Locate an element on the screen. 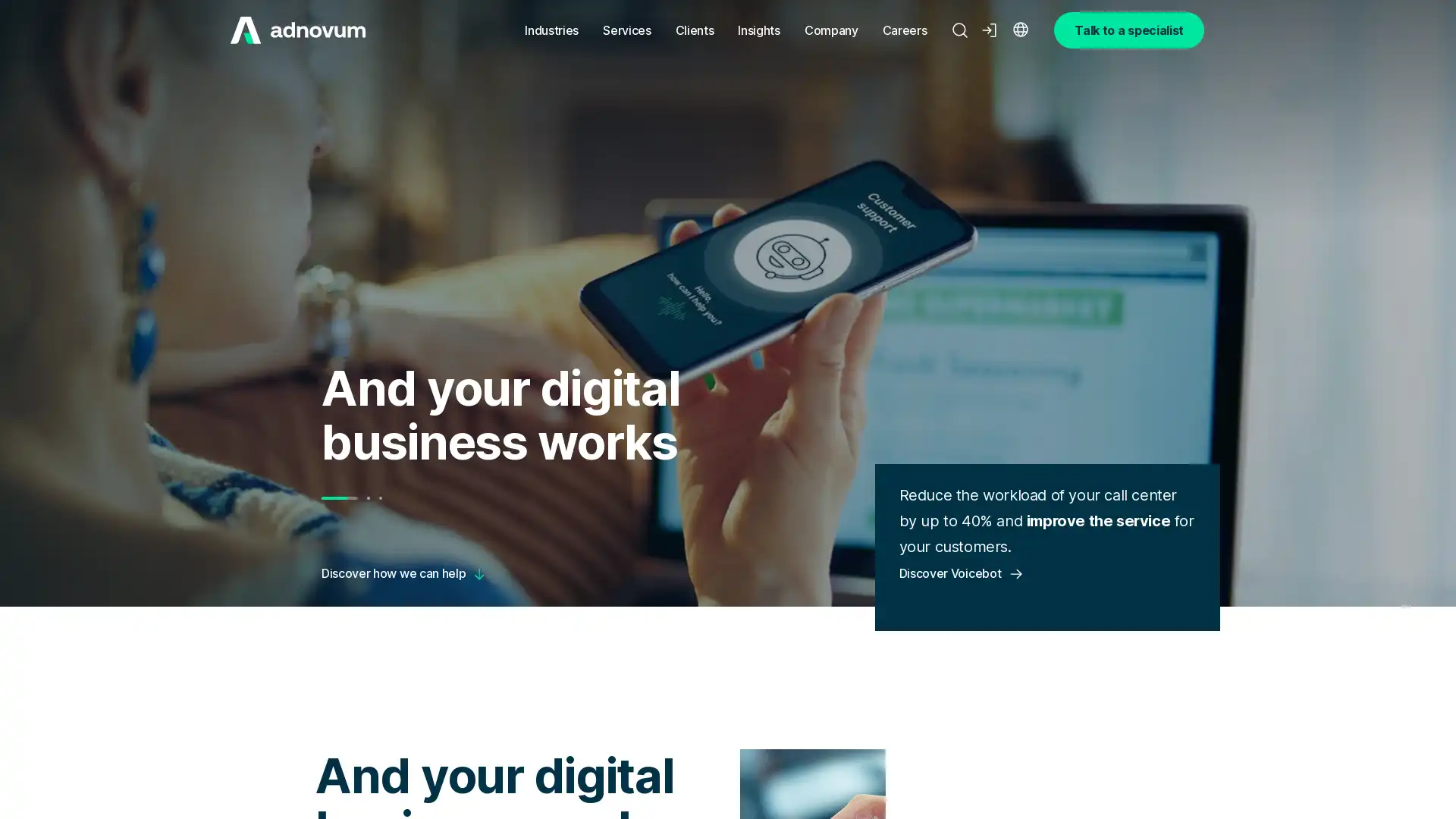 The height and width of the screenshot is (819, 1456). Go to slide 3 is located at coordinates (379, 497).